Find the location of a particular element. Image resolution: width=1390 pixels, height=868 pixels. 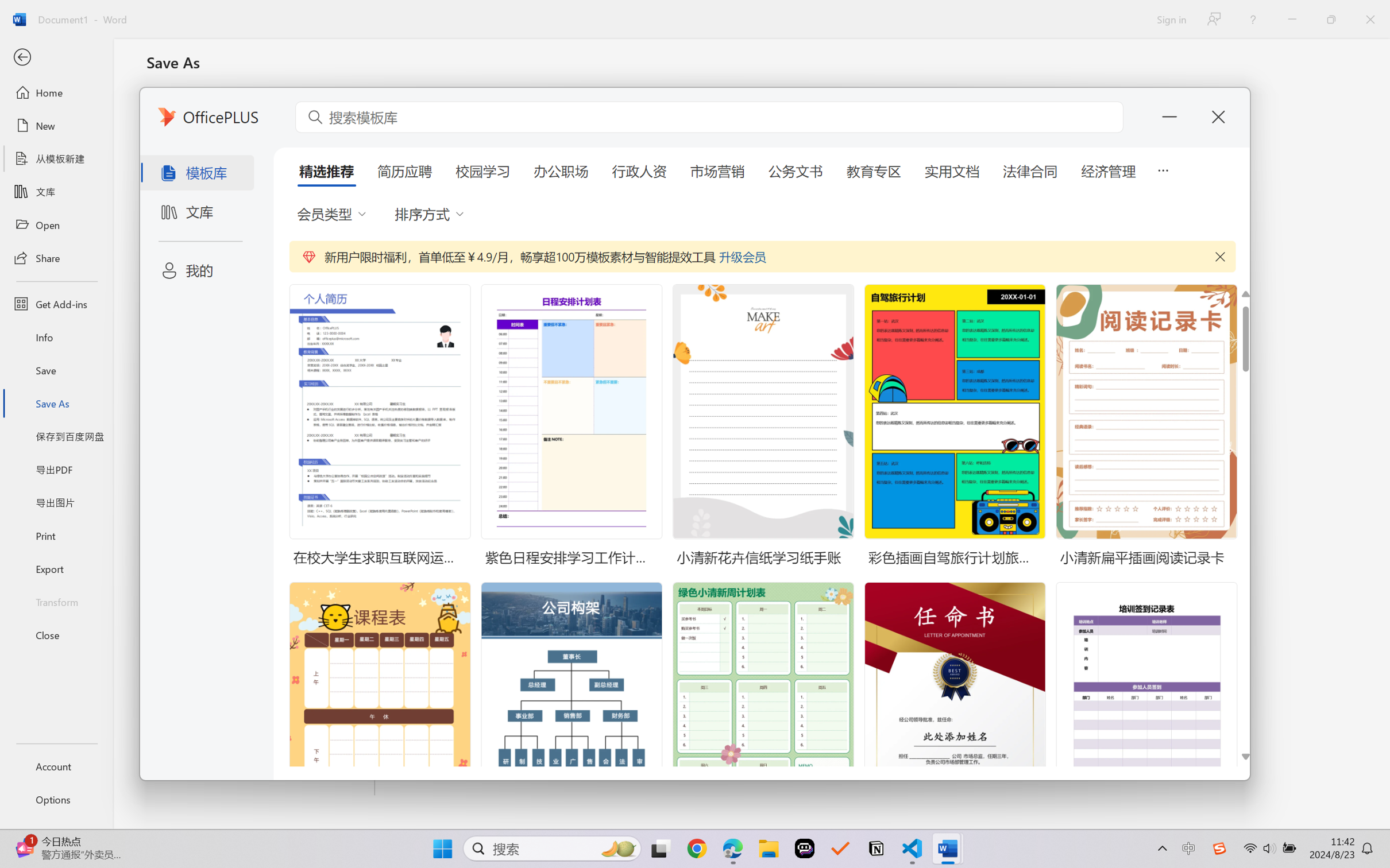

'Back' is located at coordinates (56, 57).